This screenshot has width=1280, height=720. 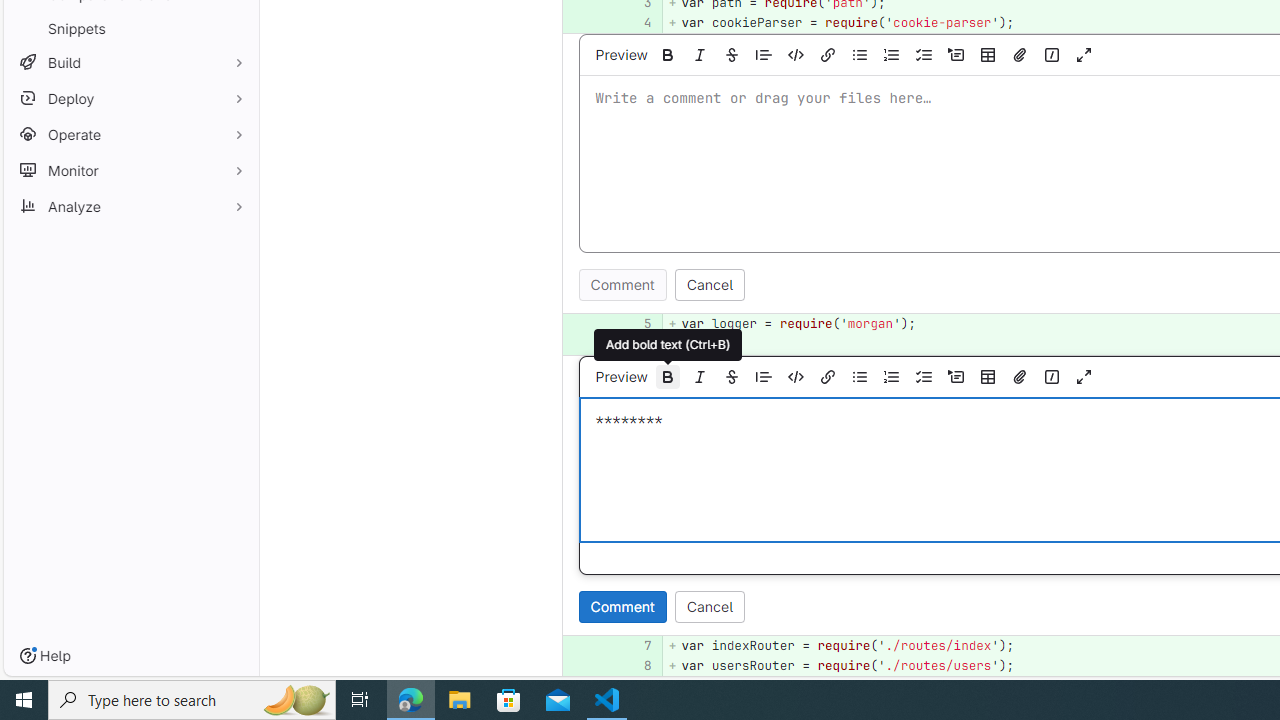 What do you see at coordinates (891, 376) in the screenshot?
I see `'Add a numbered list'` at bounding box center [891, 376].